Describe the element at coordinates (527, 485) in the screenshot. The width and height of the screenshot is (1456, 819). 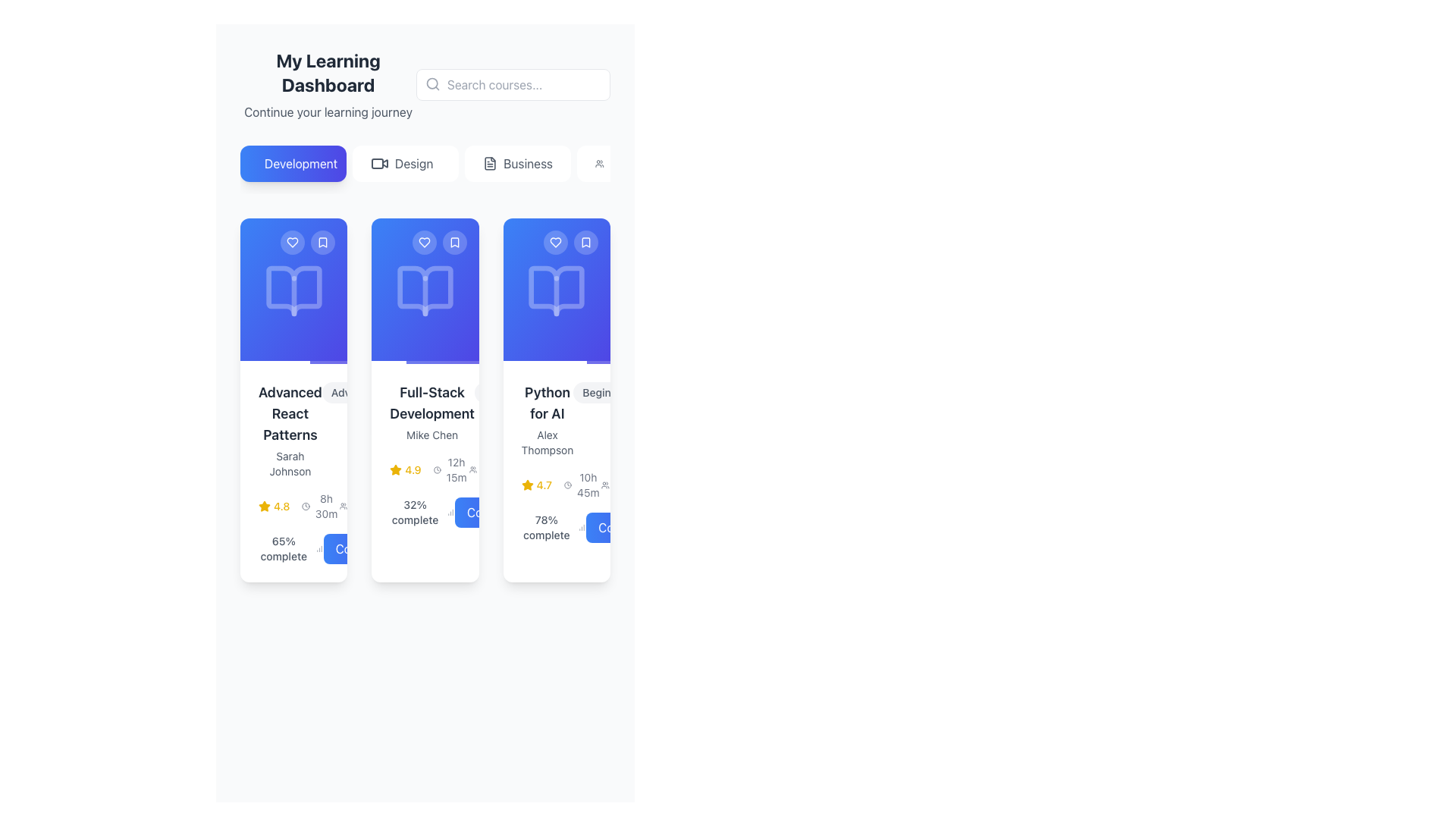
I see `the rating icon representing the quality or popularity of the item 'Python for AI', located in the middle of the third card under the 'Development' section` at that location.